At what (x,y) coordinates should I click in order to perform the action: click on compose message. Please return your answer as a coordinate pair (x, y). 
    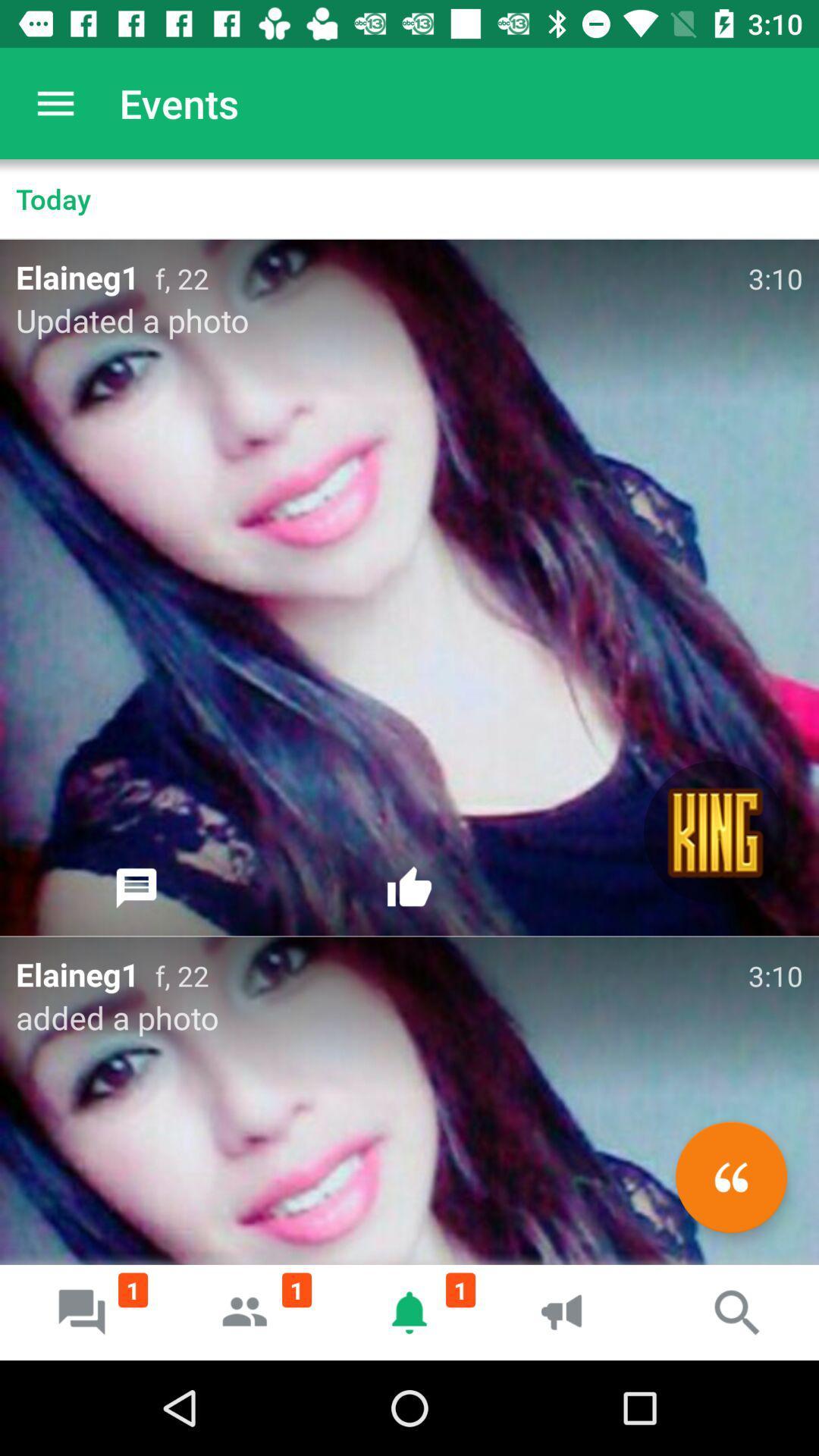
    Looking at the image, I should click on (730, 1176).